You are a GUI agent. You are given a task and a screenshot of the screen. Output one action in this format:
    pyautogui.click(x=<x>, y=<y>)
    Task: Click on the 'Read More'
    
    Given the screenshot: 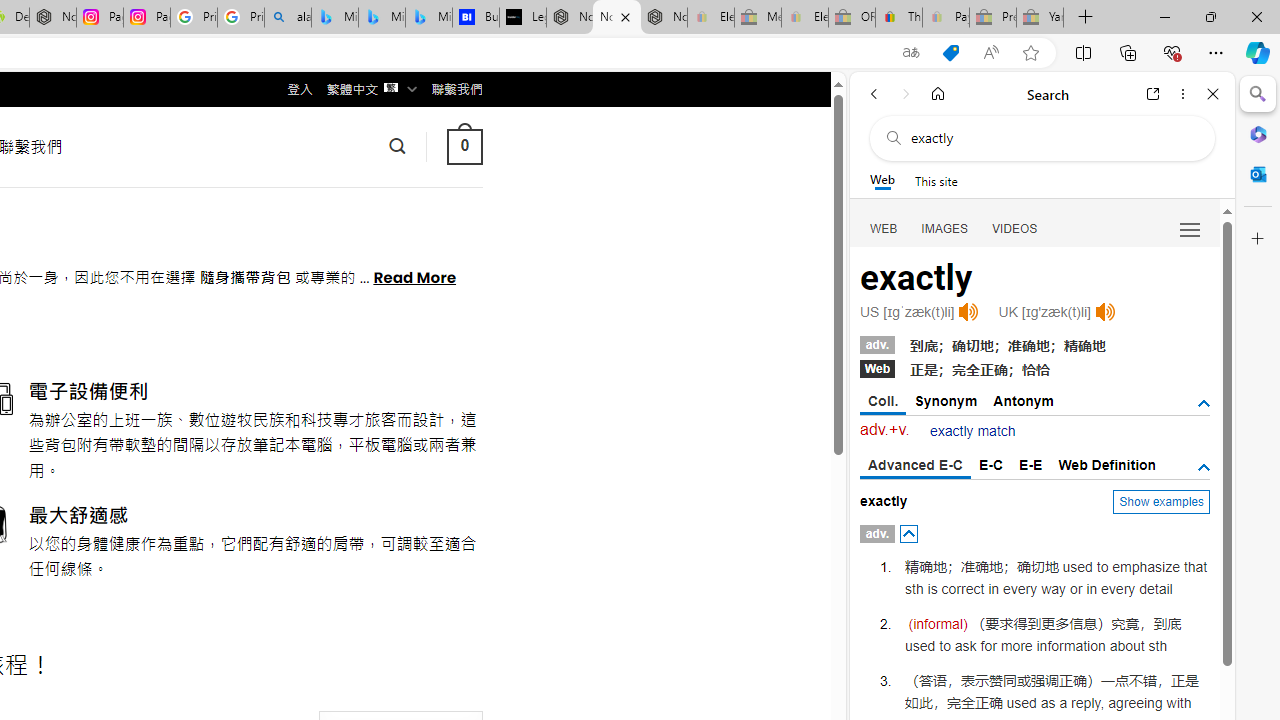 What is the action you would take?
    pyautogui.click(x=413, y=276)
    